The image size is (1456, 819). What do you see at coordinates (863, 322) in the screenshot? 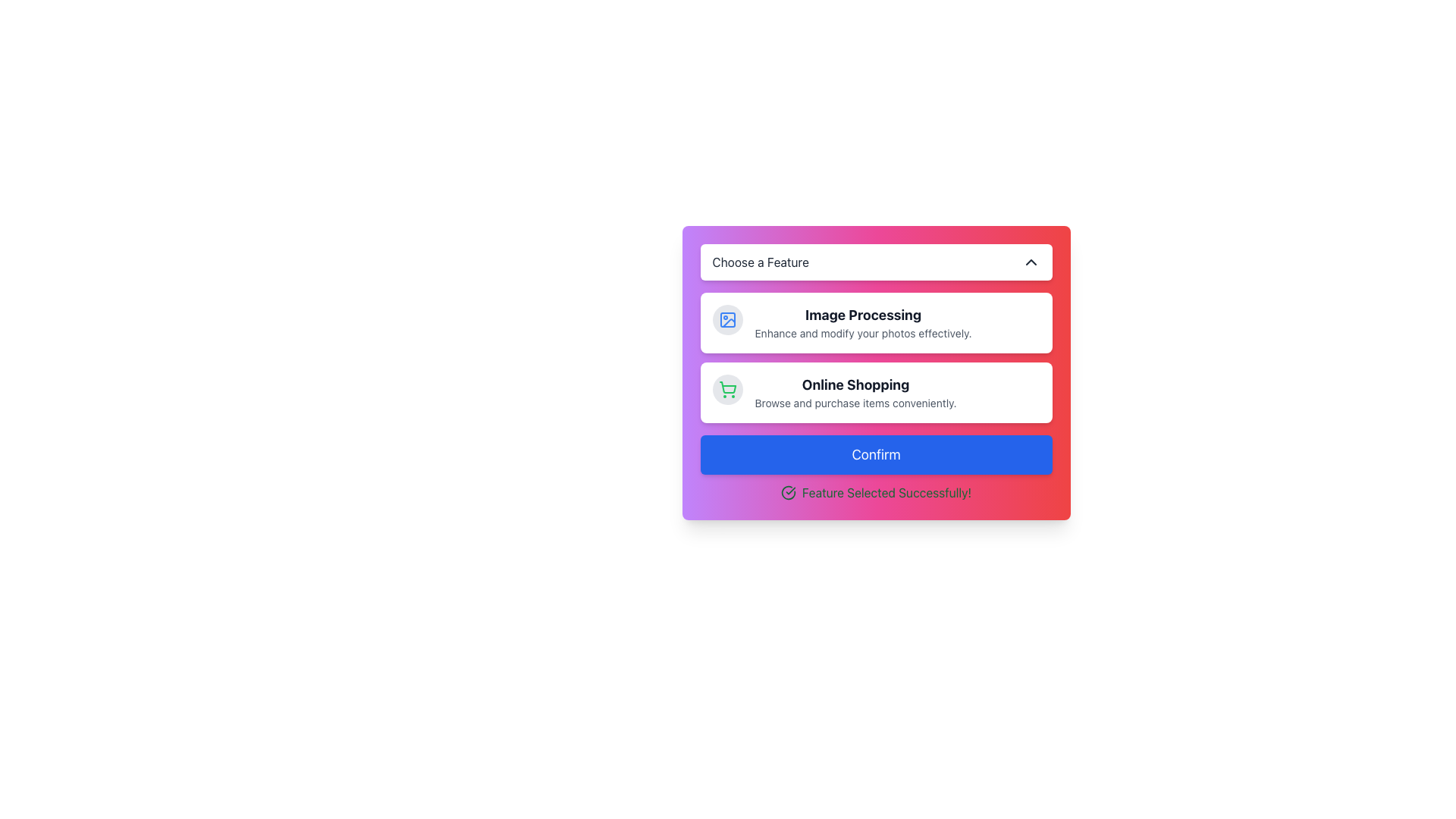
I see `the 'Image Processing' text within the interactive card component` at bounding box center [863, 322].